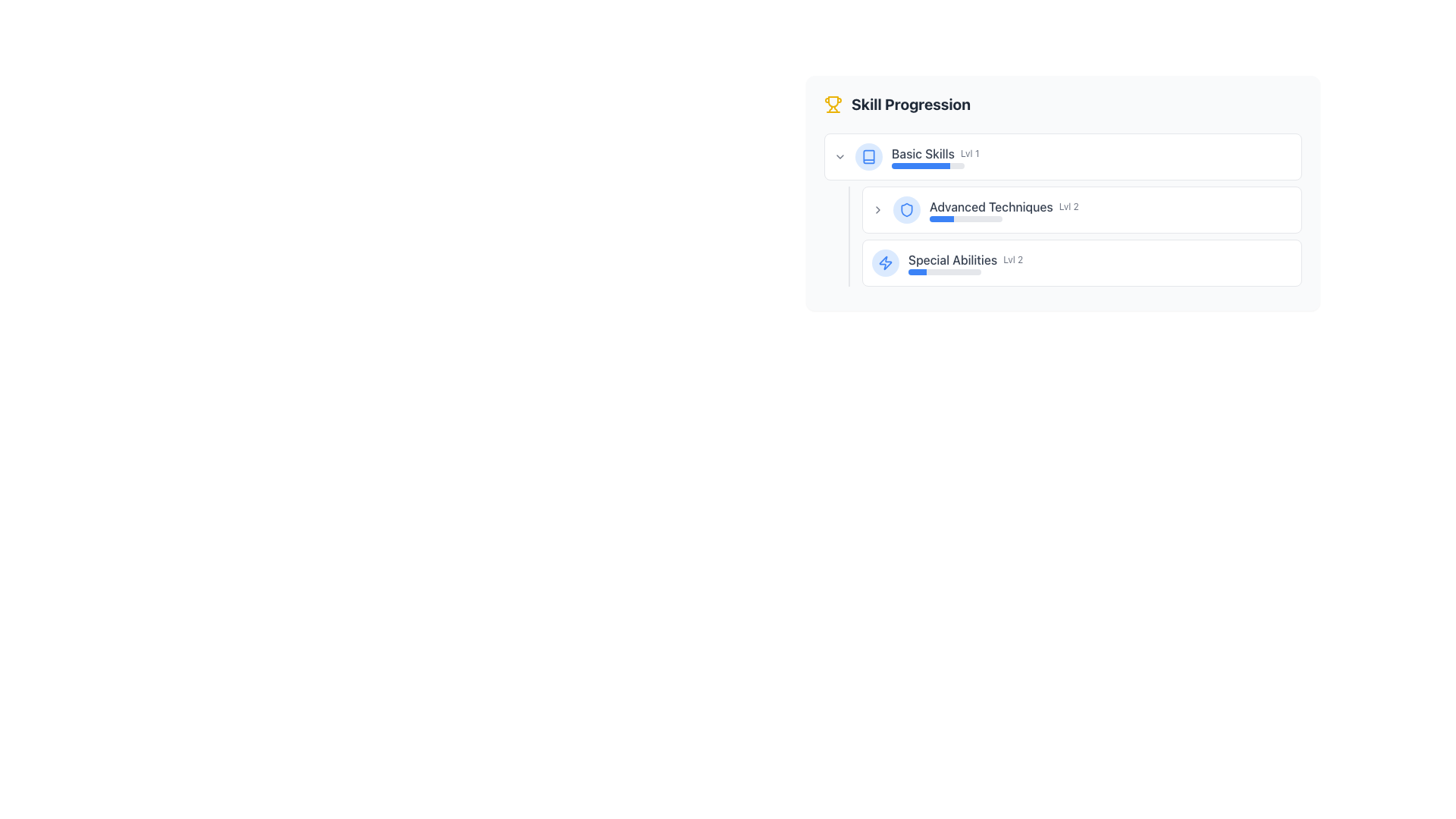 Image resolution: width=1456 pixels, height=819 pixels. What do you see at coordinates (1100, 262) in the screenshot?
I see `the 'Special Abilities Lvl 2' composite UI component that includes a progress bar` at bounding box center [1100, 262].